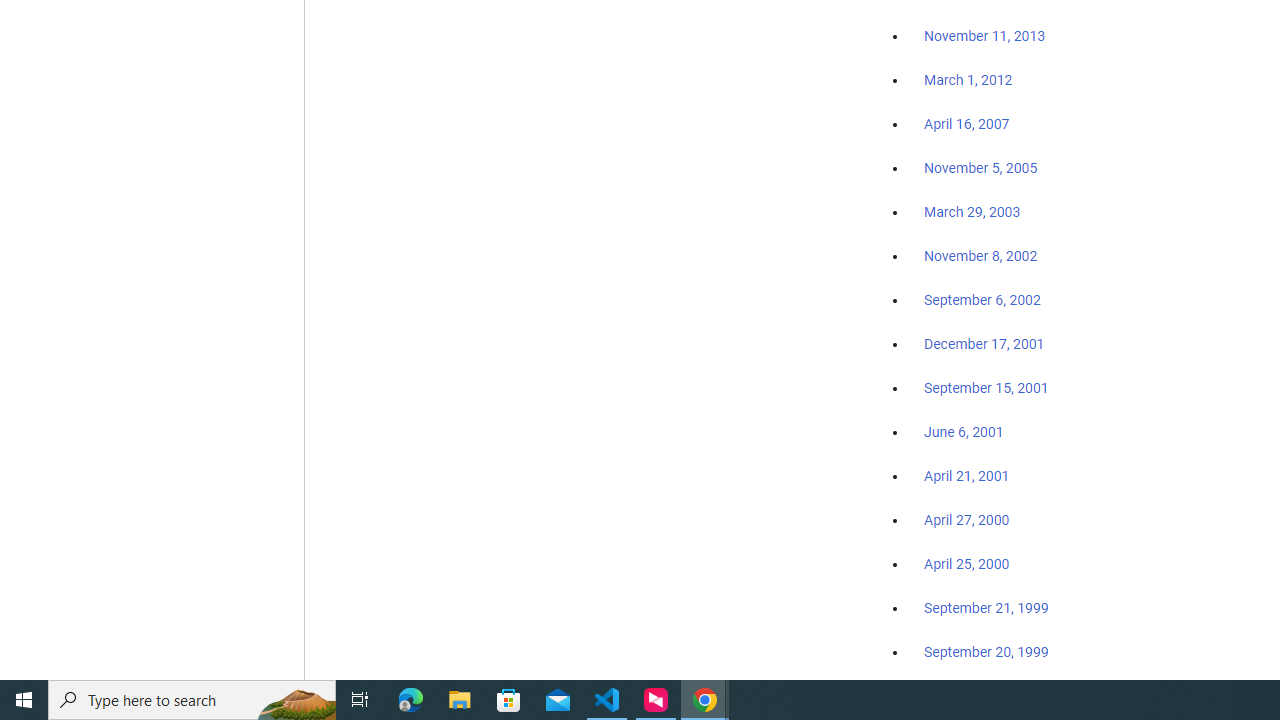 The image size is (1280, 720). I want to click on 'April 25, 2000', so click(967, 564).